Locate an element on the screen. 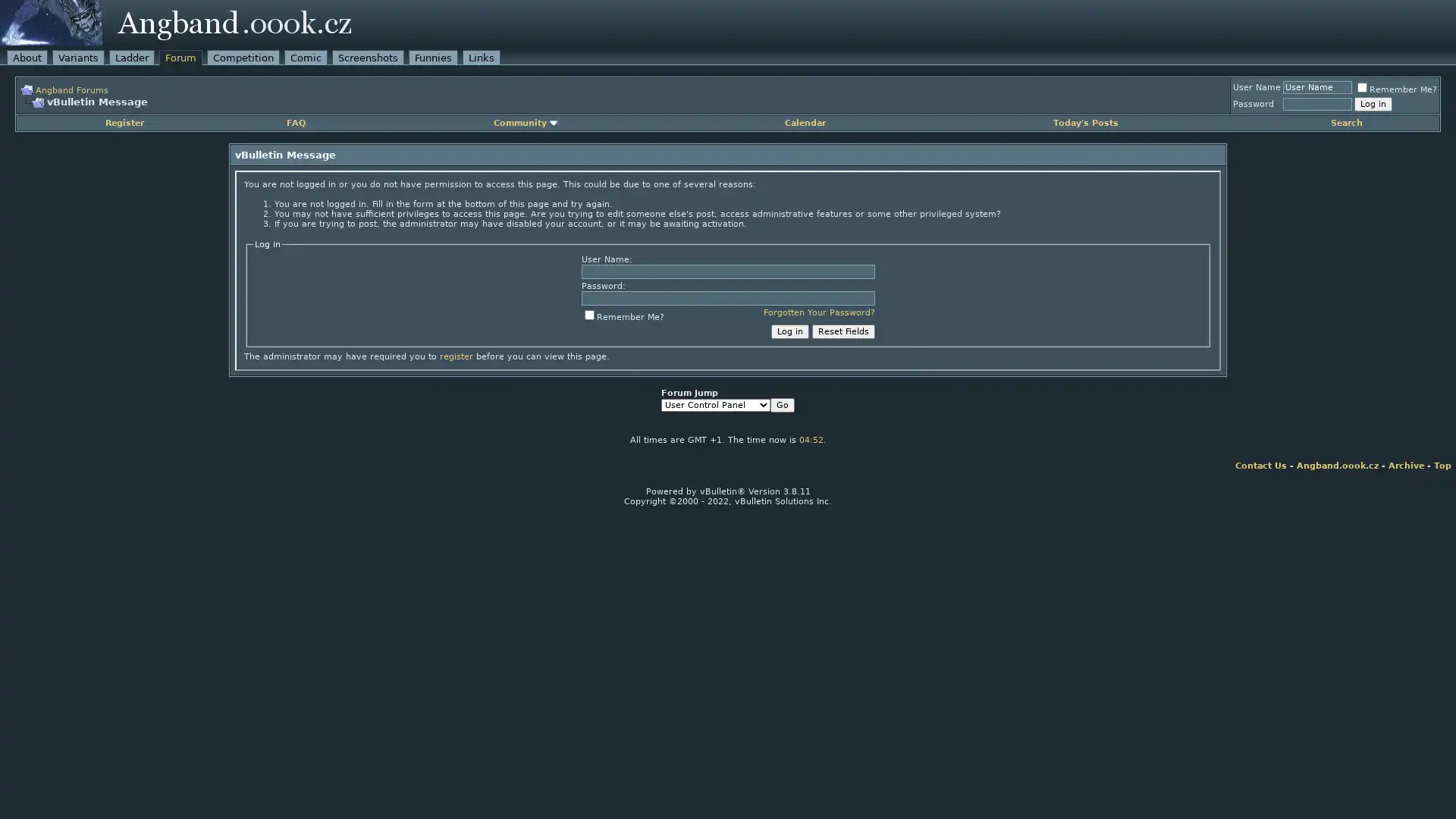 The width and height of the screenshot is (1456, 819). Go is located at coordinates (783, 404).